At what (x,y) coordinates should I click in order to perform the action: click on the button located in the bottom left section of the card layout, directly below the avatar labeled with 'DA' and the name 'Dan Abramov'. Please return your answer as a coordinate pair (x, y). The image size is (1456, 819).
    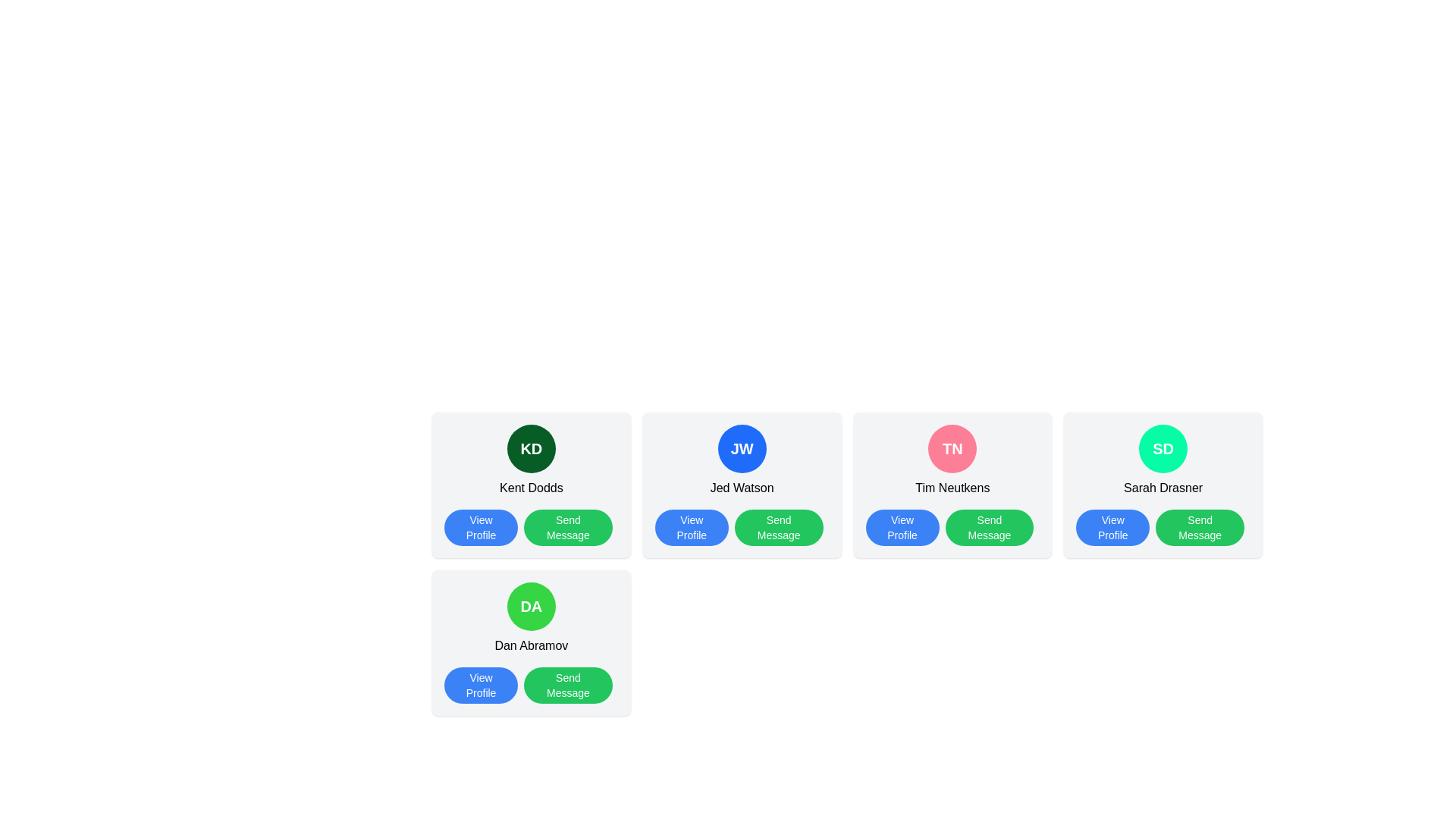
    Looking at the image, I should click on (480, 685).